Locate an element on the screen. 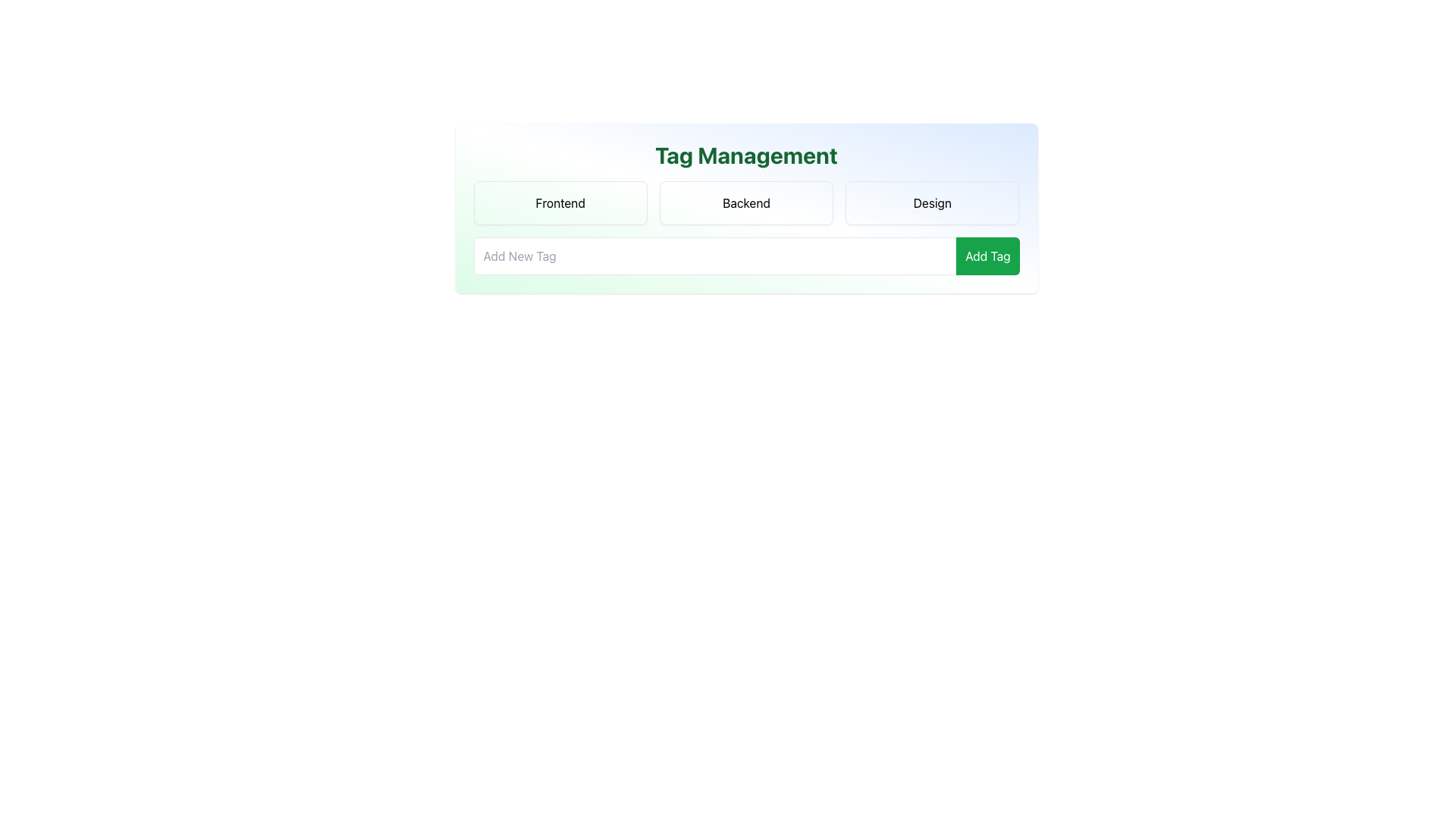 This screenshot has height=819, width=1456. the 'Frontend' tag card, which is the first card in the row of three cards under the title 'Tag Management' is located at coordinates (560, 202).